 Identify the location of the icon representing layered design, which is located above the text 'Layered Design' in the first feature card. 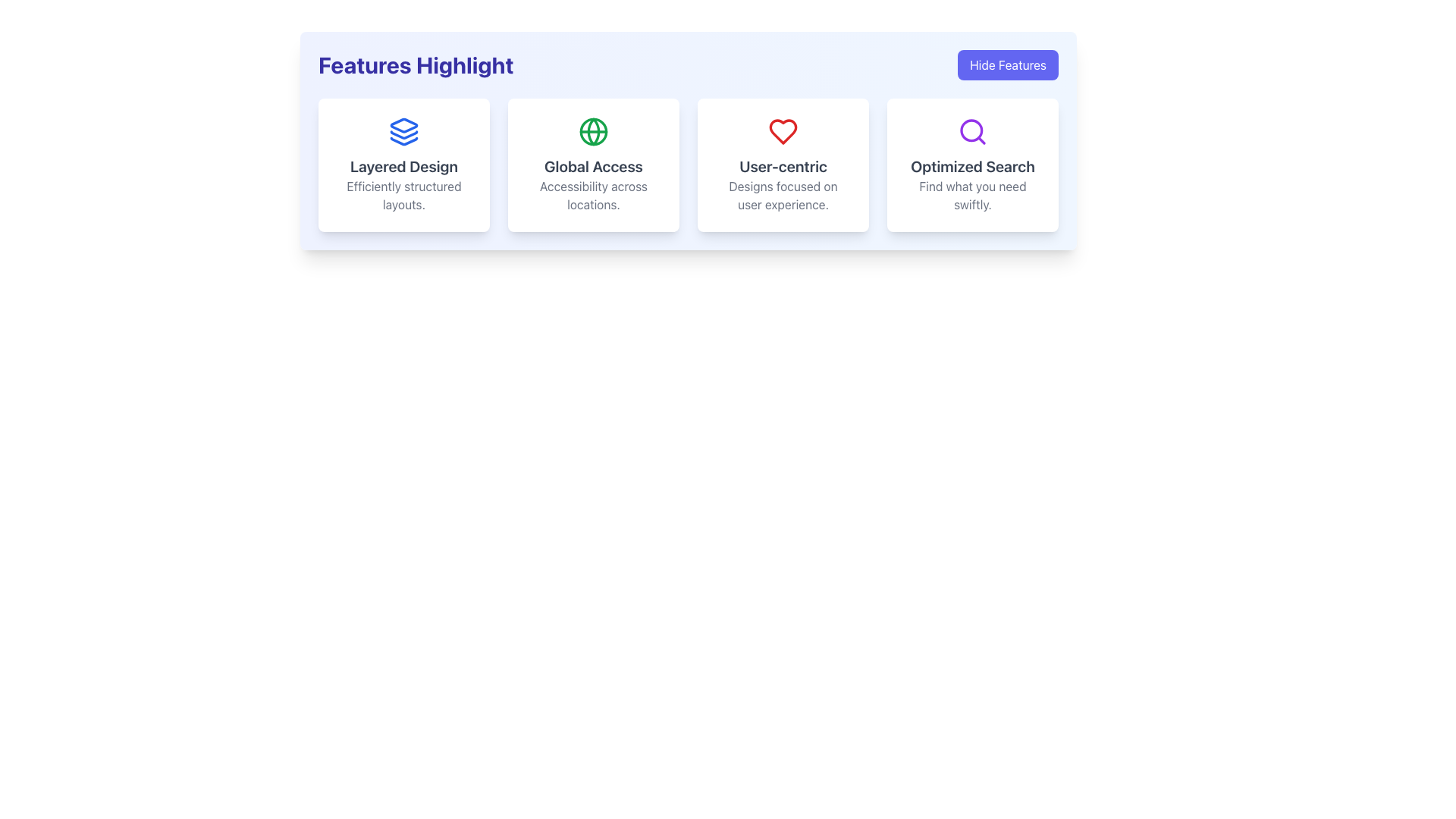
(403, 130).